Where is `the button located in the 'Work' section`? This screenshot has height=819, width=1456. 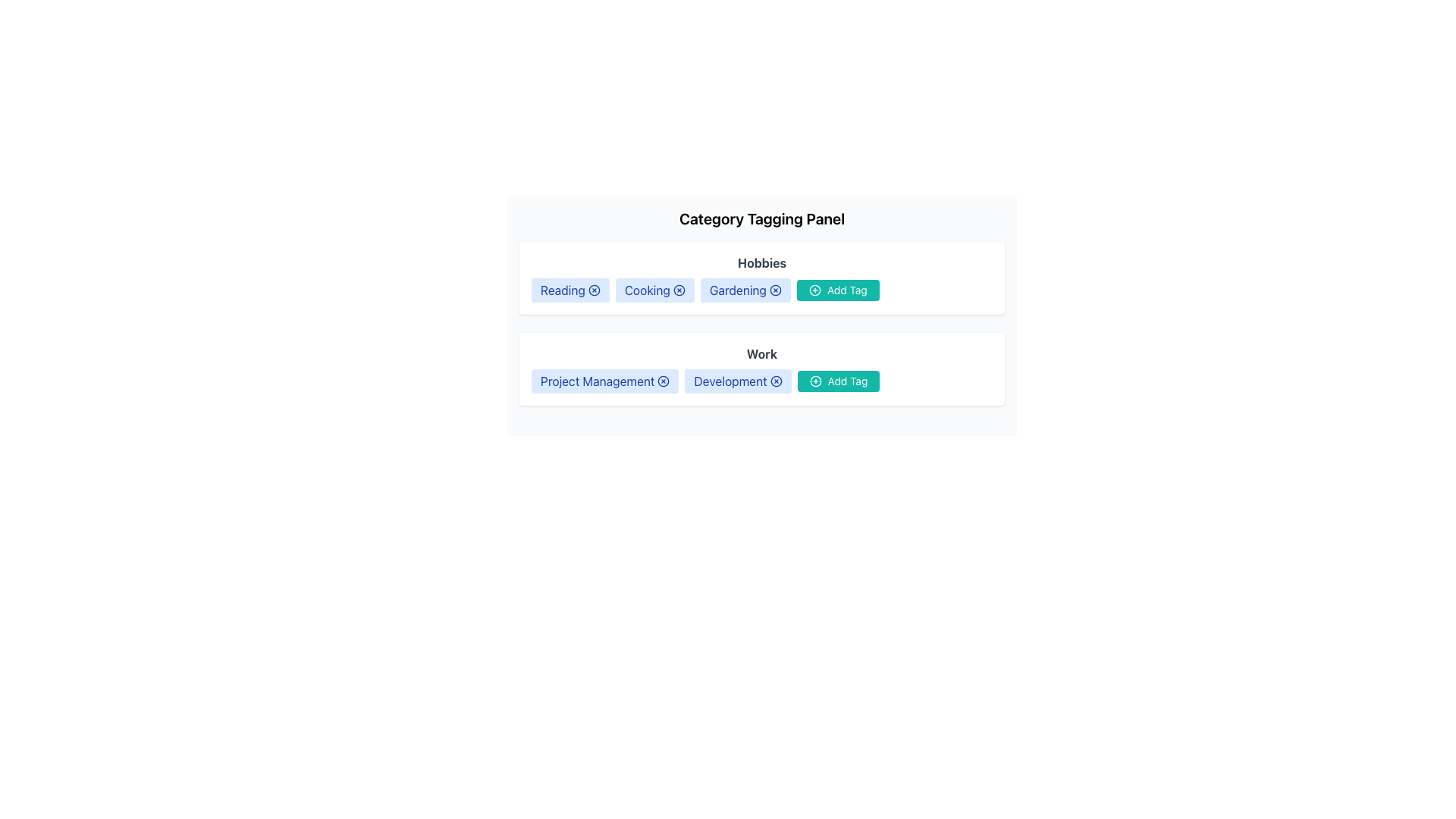
the button located in the 'Work' section is located at coordinates (837, 380).